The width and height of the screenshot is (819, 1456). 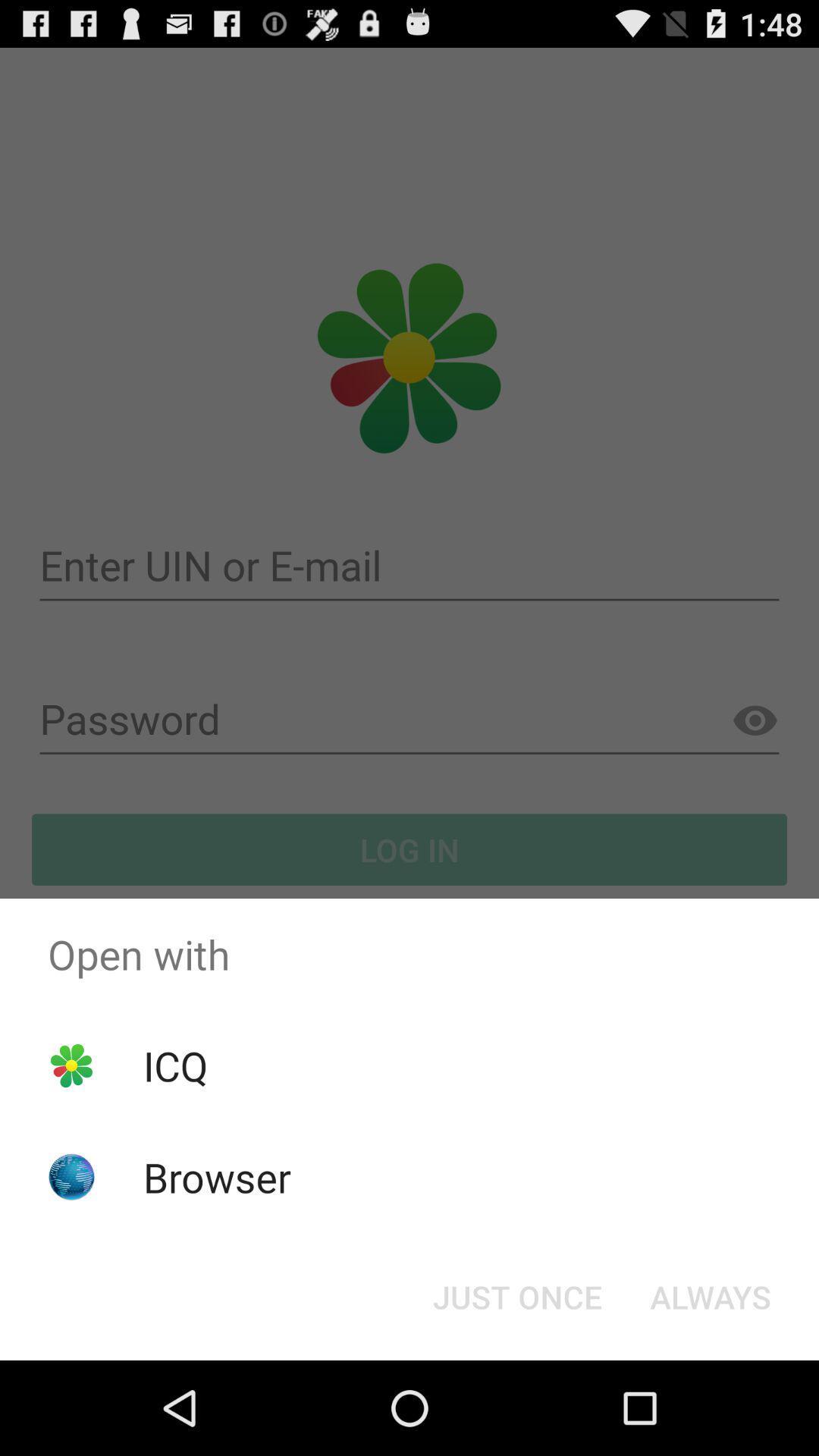 What do you see at coordinates (711, 1295) in the screenshot?
I see `icon next to just once icon` at bounding box center [711, 1295].